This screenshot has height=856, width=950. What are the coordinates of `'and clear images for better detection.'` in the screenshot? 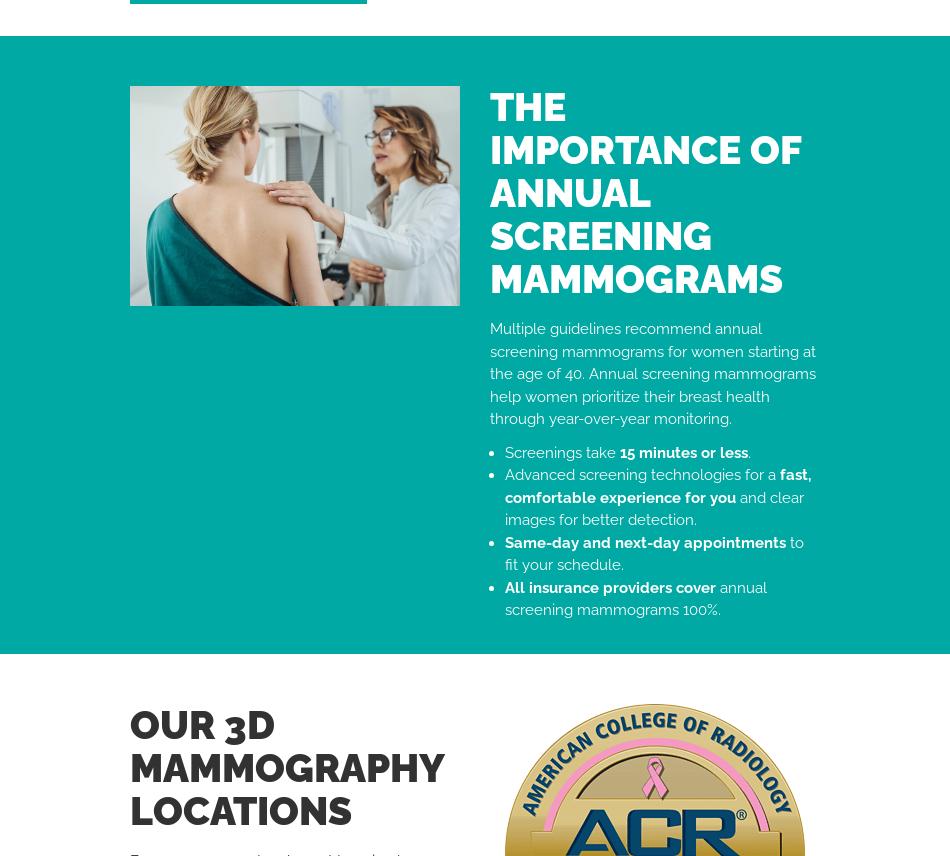 It's located at (654, 508).